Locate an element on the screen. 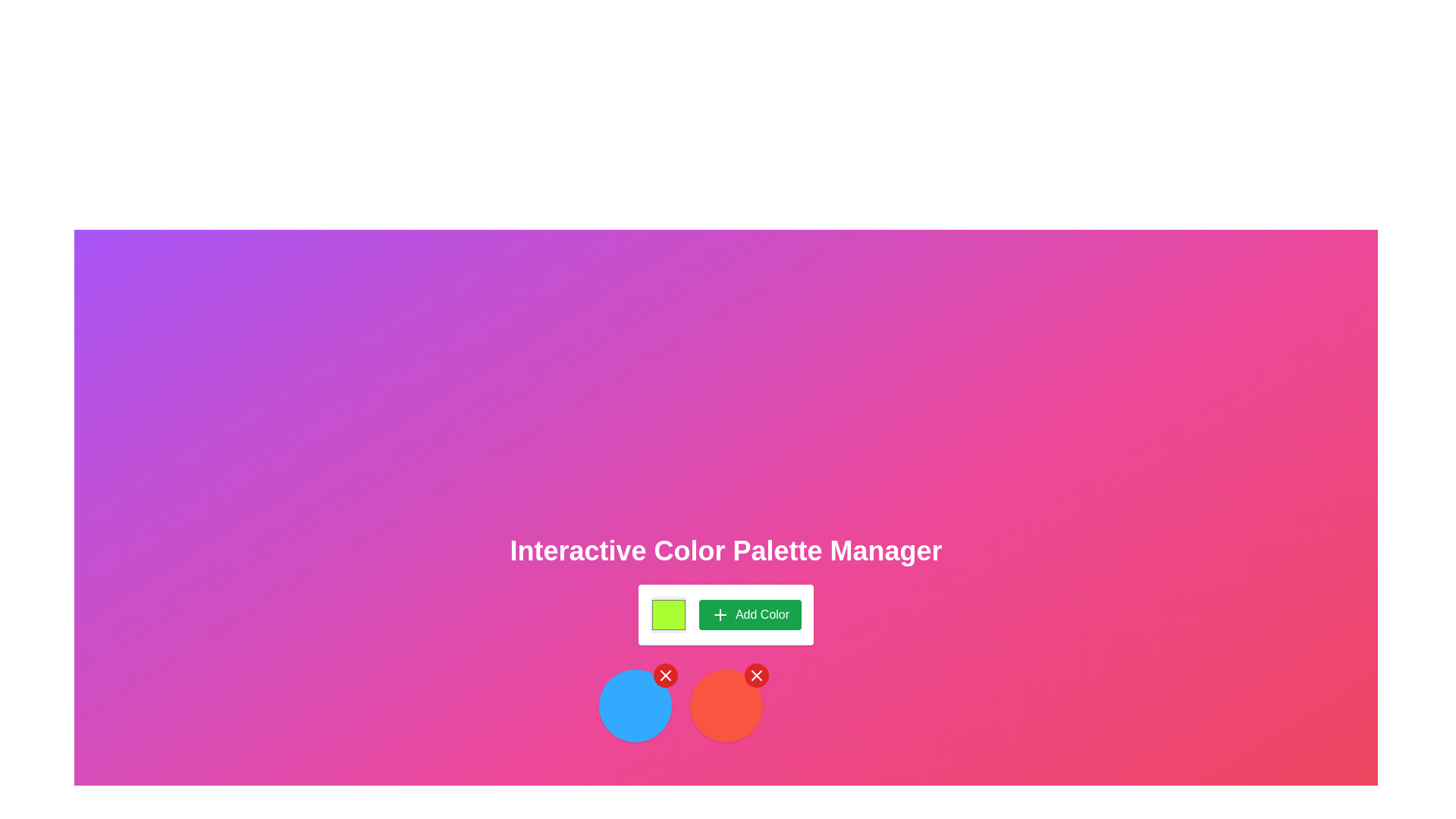  the lime-green square on the left side of the Compound Control Panel is located at coordinates (725, 614).